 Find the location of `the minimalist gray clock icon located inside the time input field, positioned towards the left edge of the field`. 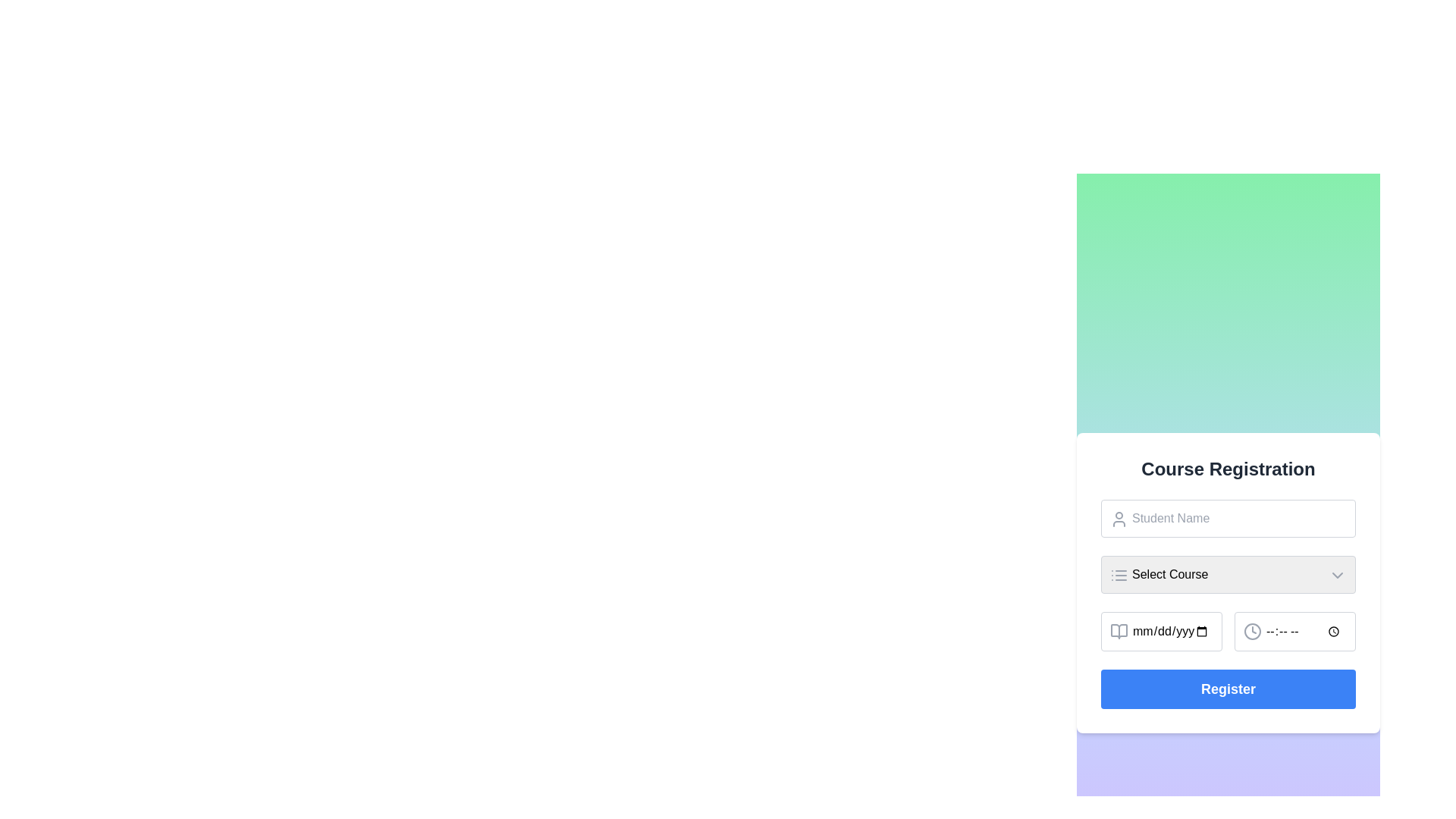

the minimalist gray clock icon located inside the time input field, positioned towards the left edge of the field is located at coordinates (1252, 632).